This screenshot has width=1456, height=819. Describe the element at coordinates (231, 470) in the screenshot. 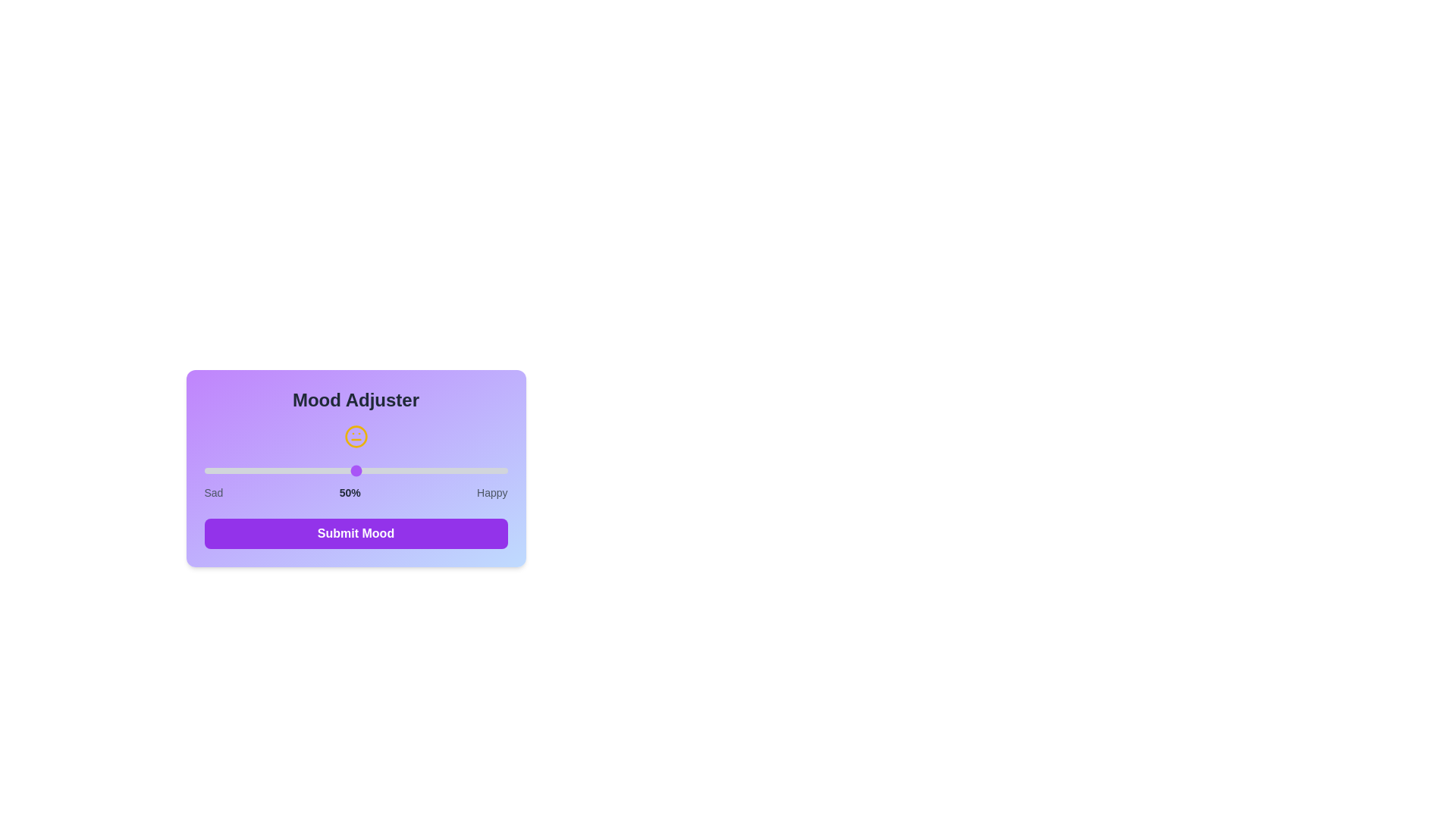

I see `the mood slider to 9% to observe the mood icon change` at that location.